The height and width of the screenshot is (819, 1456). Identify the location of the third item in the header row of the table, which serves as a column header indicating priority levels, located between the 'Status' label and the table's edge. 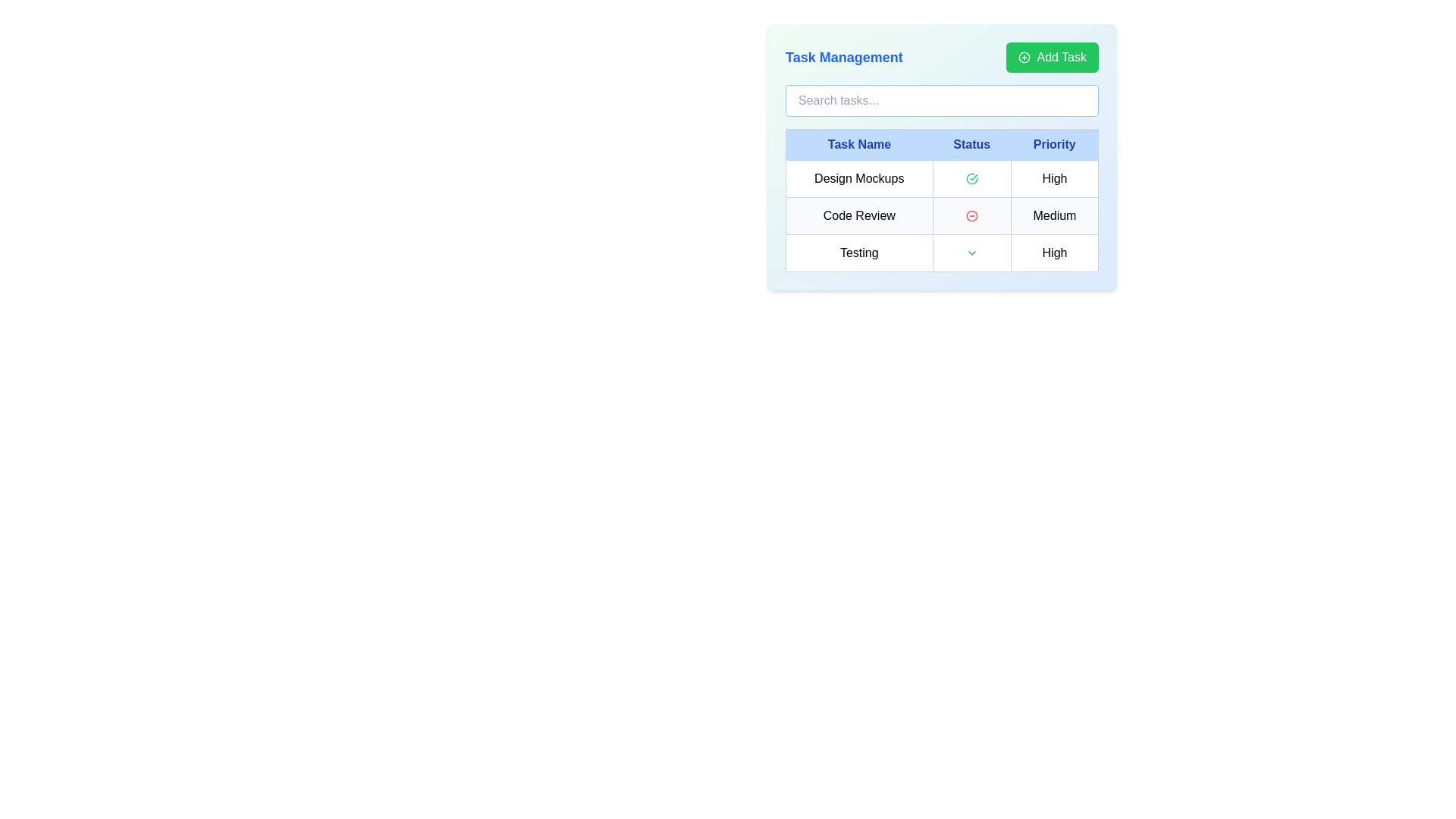
(1054, 145).